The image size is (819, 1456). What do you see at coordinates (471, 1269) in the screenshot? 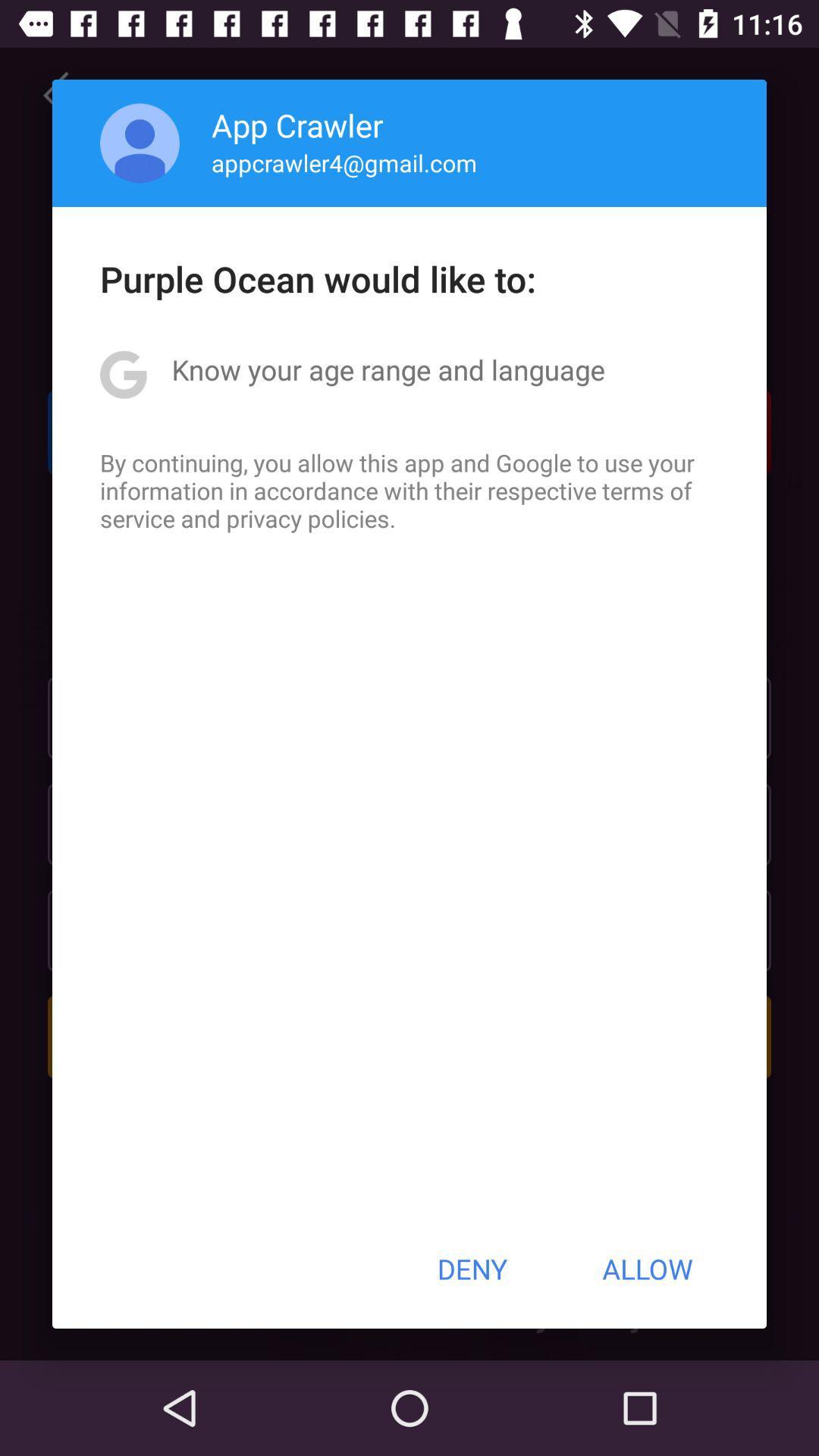
I see `icon next to allow item` at bounding box center [471, 1269].